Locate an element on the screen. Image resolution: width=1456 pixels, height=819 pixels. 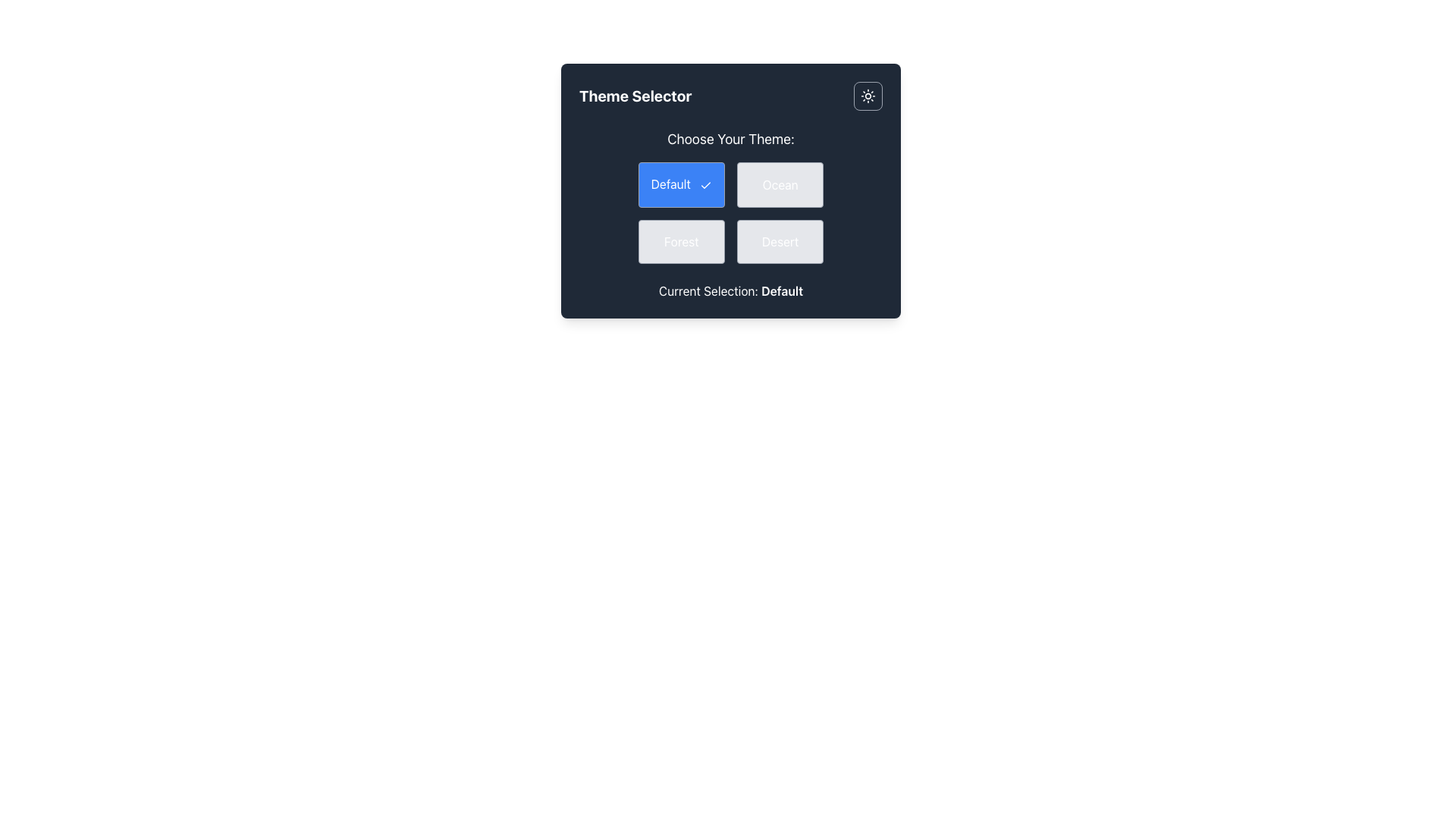
the checkmark icon indicating that the 'Default' theme selection is currently active is located at coordinates (705, 184).